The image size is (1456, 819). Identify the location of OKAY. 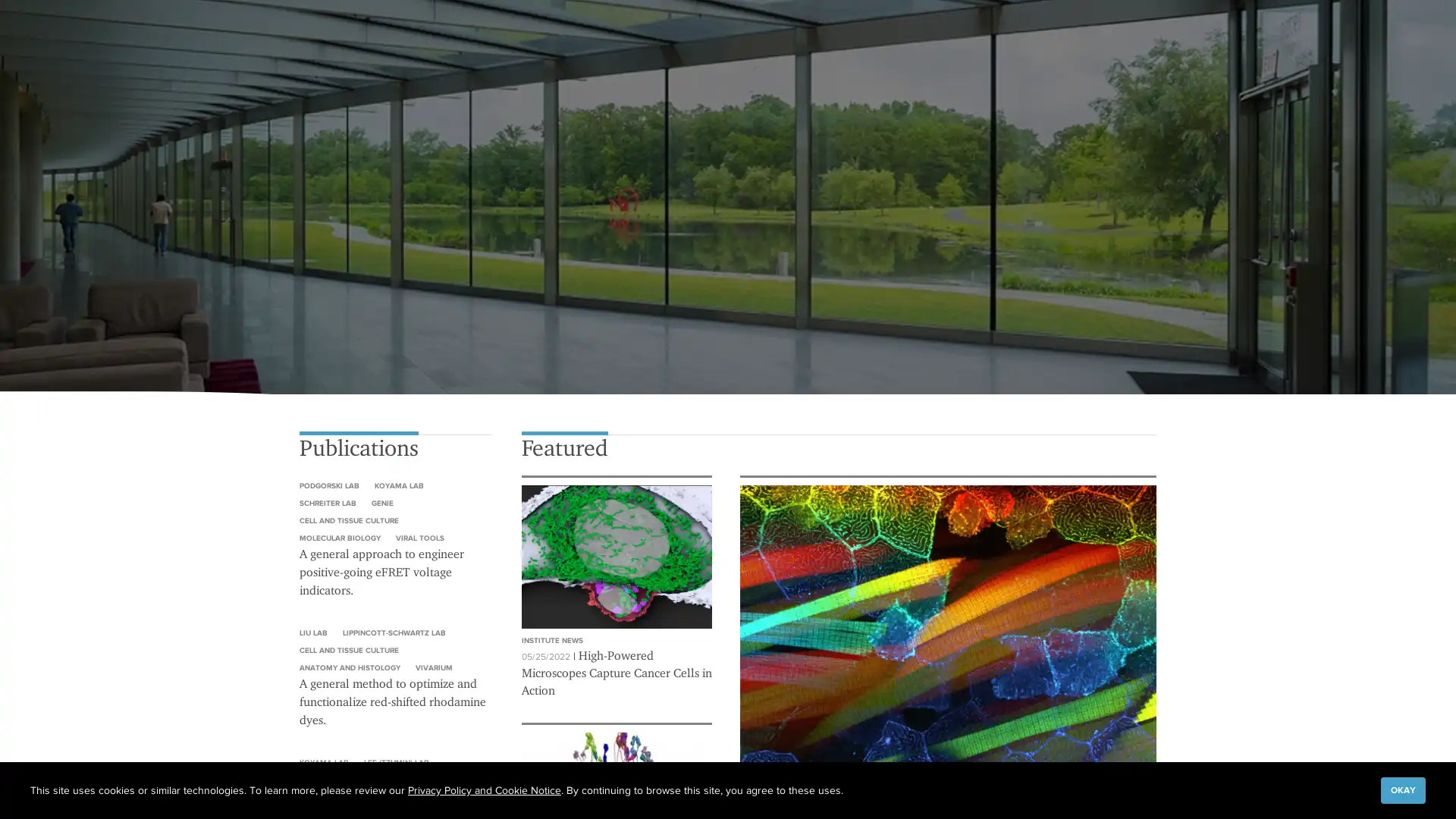
(1402, 789).